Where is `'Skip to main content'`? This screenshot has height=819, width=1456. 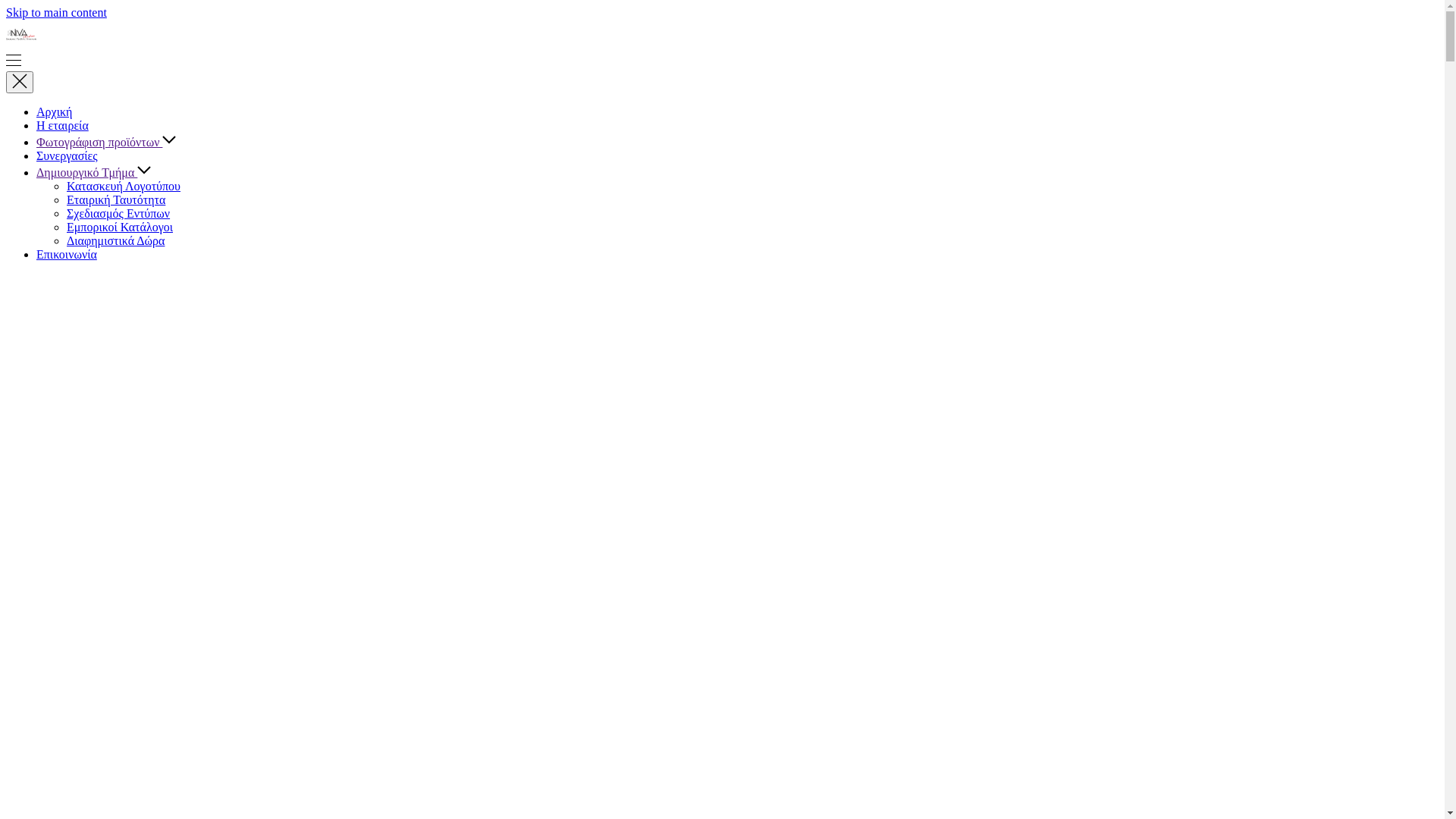
'Skip to main content' is located at coordinates (56, 12).